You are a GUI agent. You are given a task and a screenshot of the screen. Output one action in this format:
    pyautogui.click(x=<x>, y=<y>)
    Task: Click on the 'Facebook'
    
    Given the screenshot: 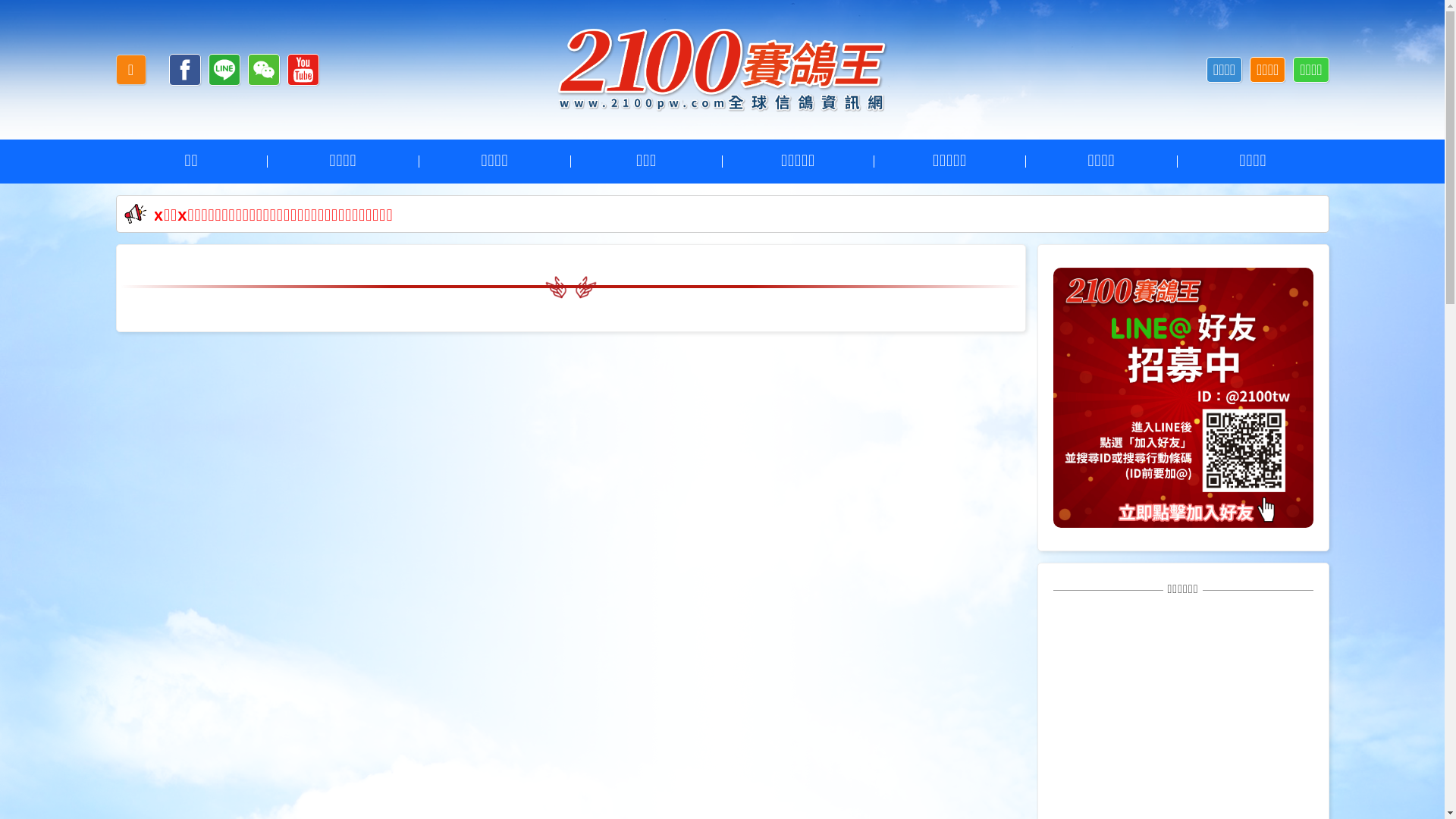 What is the action you would take?
    pyautogui.click(x=184, y=70)
    